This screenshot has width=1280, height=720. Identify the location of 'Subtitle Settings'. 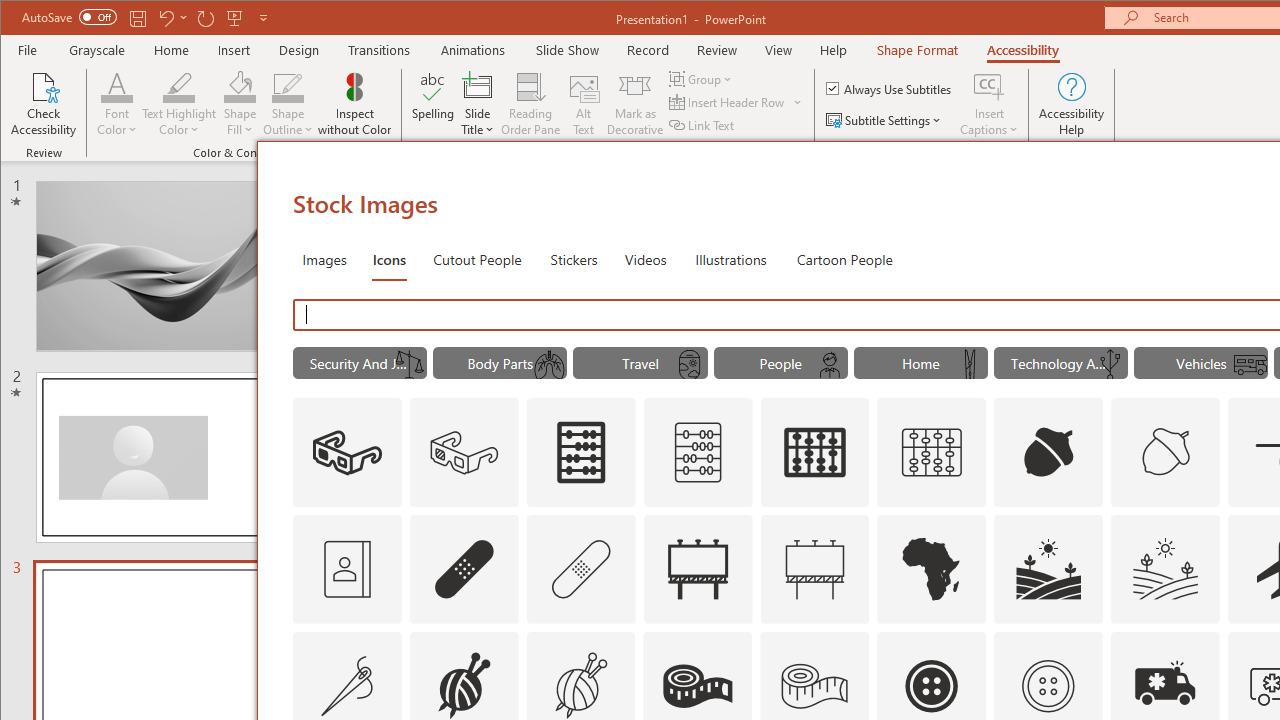
(884, 120).